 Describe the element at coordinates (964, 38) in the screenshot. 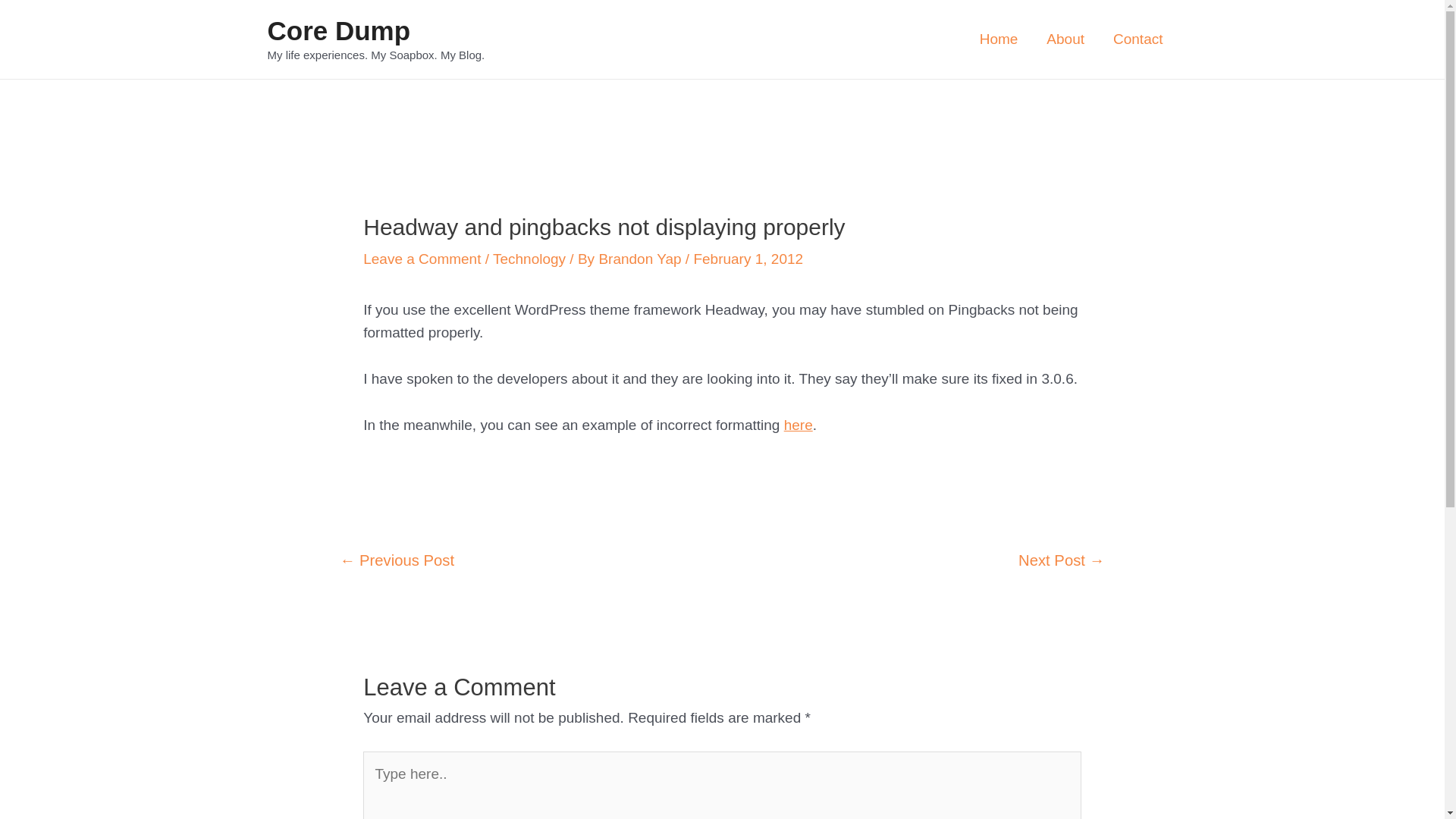

I see `'Home'` at that location.